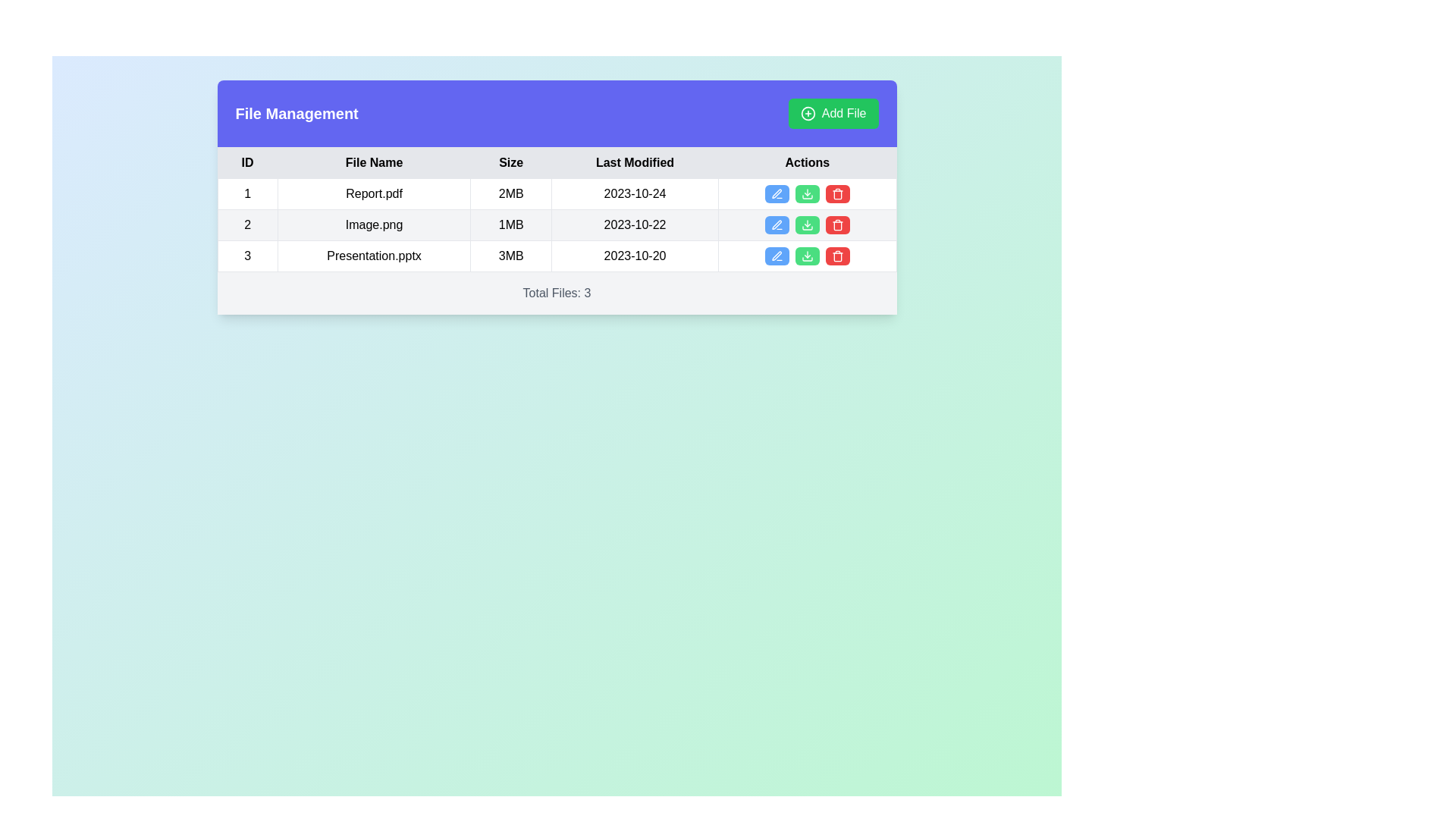  What do you see at coordinates (776, 225) in the screenshot?
I see `the first button in the 'Actions' column of the second row in the table` at bounding box center [776, 225].